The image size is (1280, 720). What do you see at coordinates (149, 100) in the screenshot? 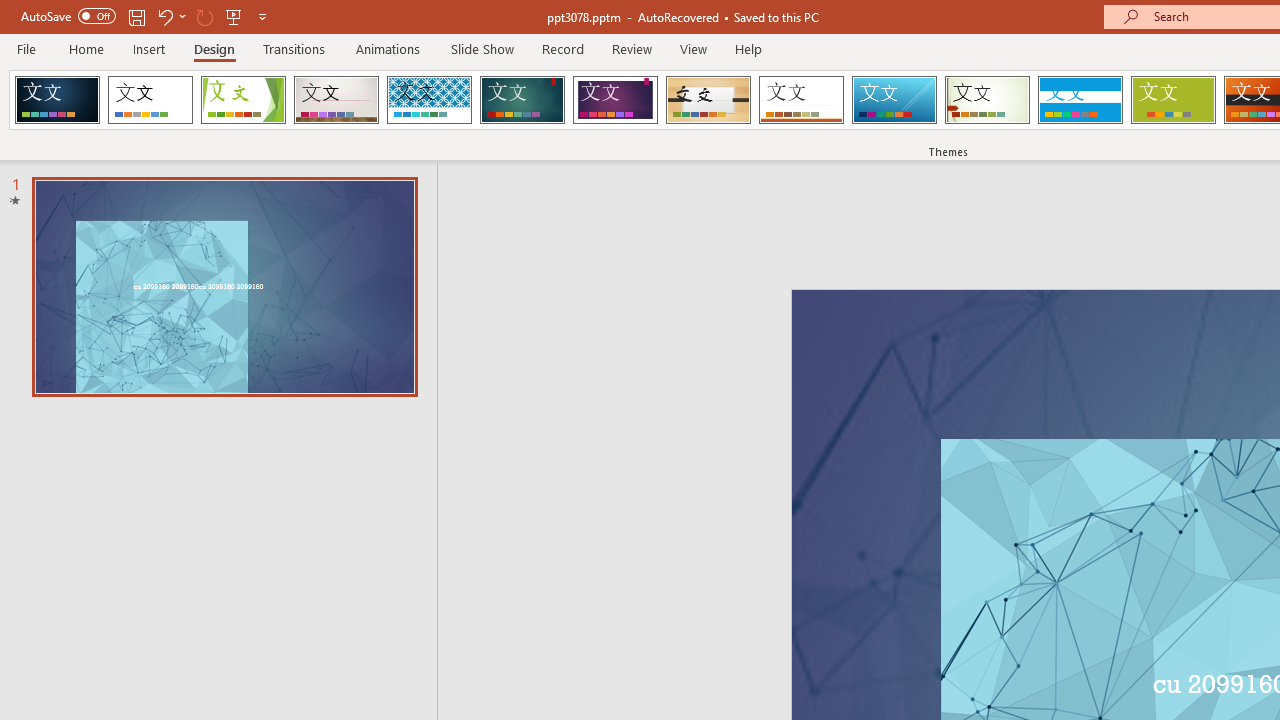
I see `'Office Theme'` at bounding box center [149, 100].